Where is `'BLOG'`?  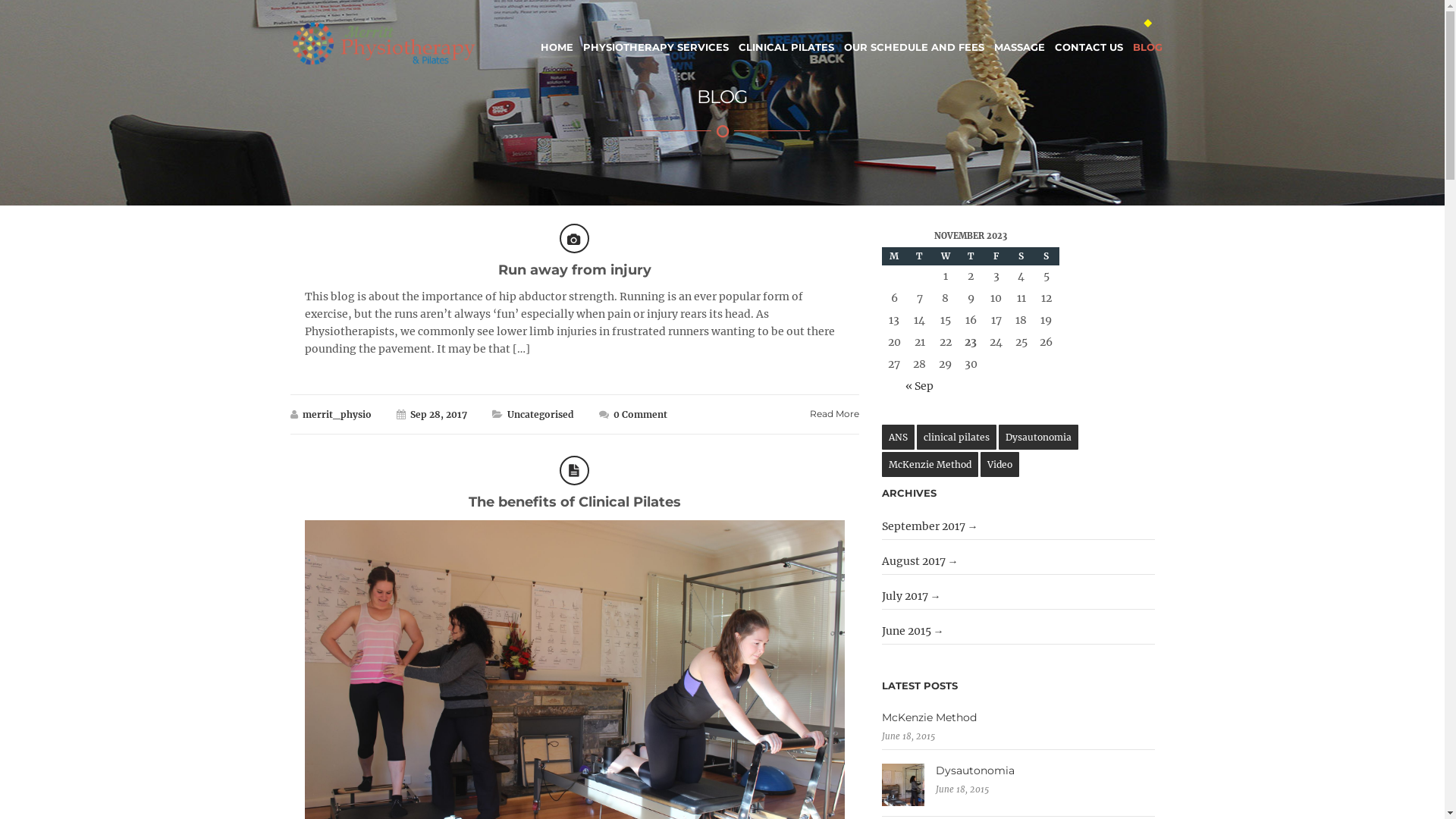 'BLOG' is located at coordinates (1147, 37).